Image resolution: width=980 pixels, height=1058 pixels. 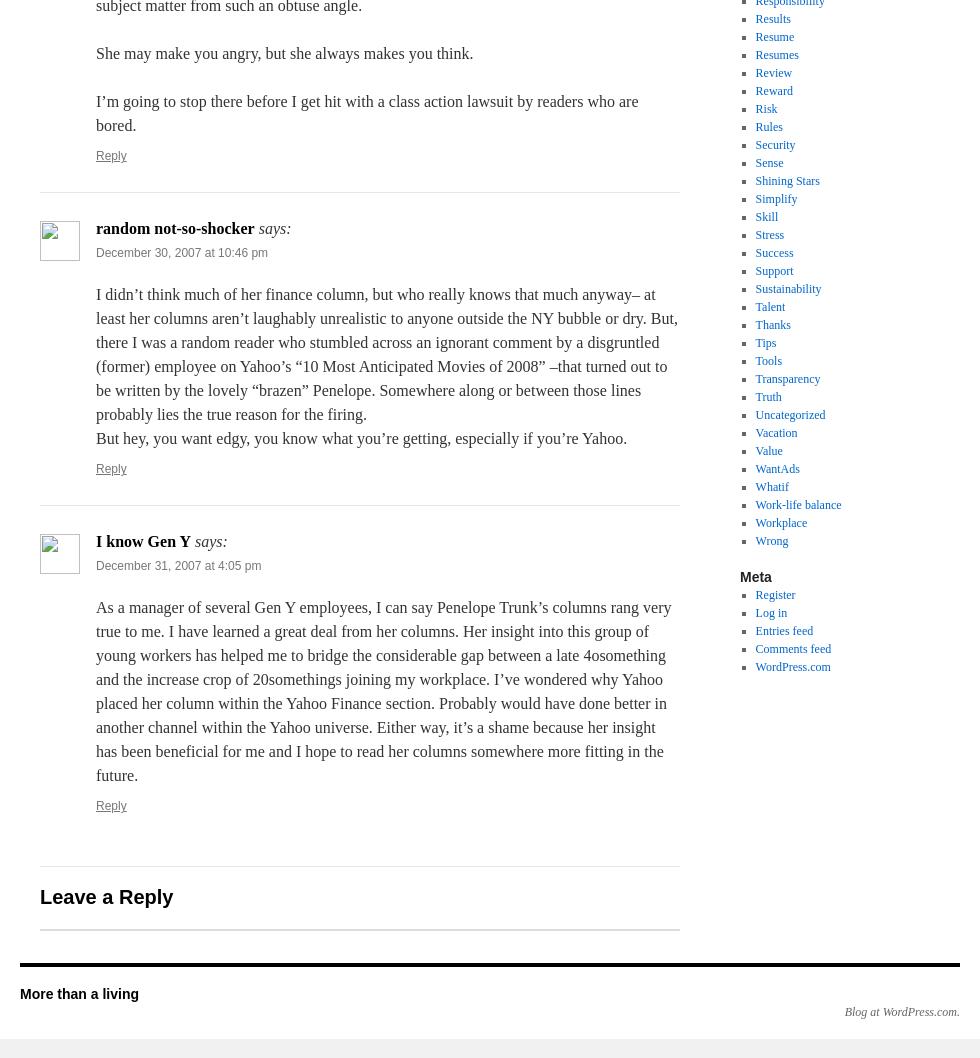 I want to click on 'Success', so click(x=774, y=252).